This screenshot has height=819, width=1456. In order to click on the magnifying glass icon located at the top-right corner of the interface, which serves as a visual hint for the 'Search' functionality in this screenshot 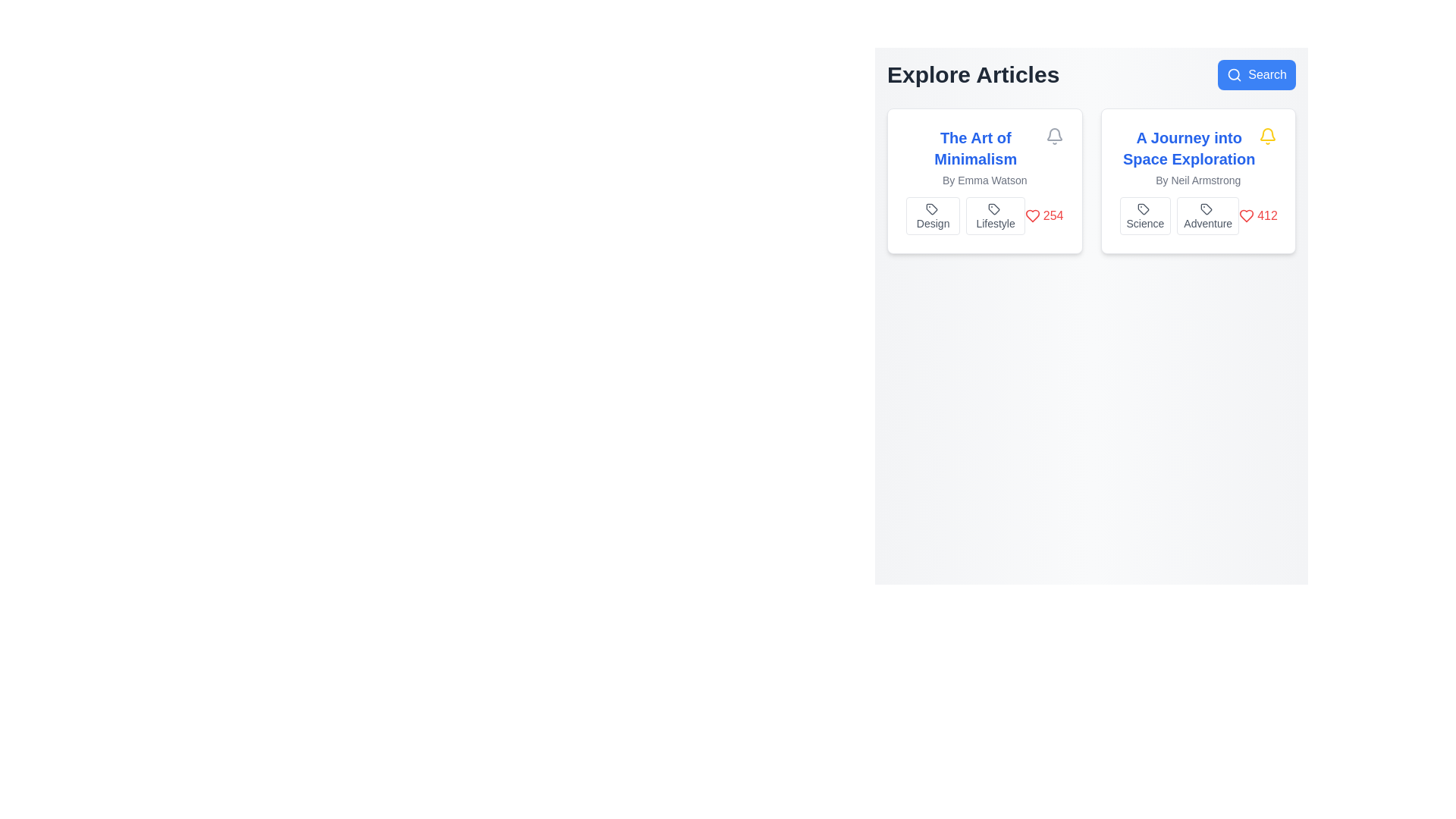, I will do `click(1235, 75)`.